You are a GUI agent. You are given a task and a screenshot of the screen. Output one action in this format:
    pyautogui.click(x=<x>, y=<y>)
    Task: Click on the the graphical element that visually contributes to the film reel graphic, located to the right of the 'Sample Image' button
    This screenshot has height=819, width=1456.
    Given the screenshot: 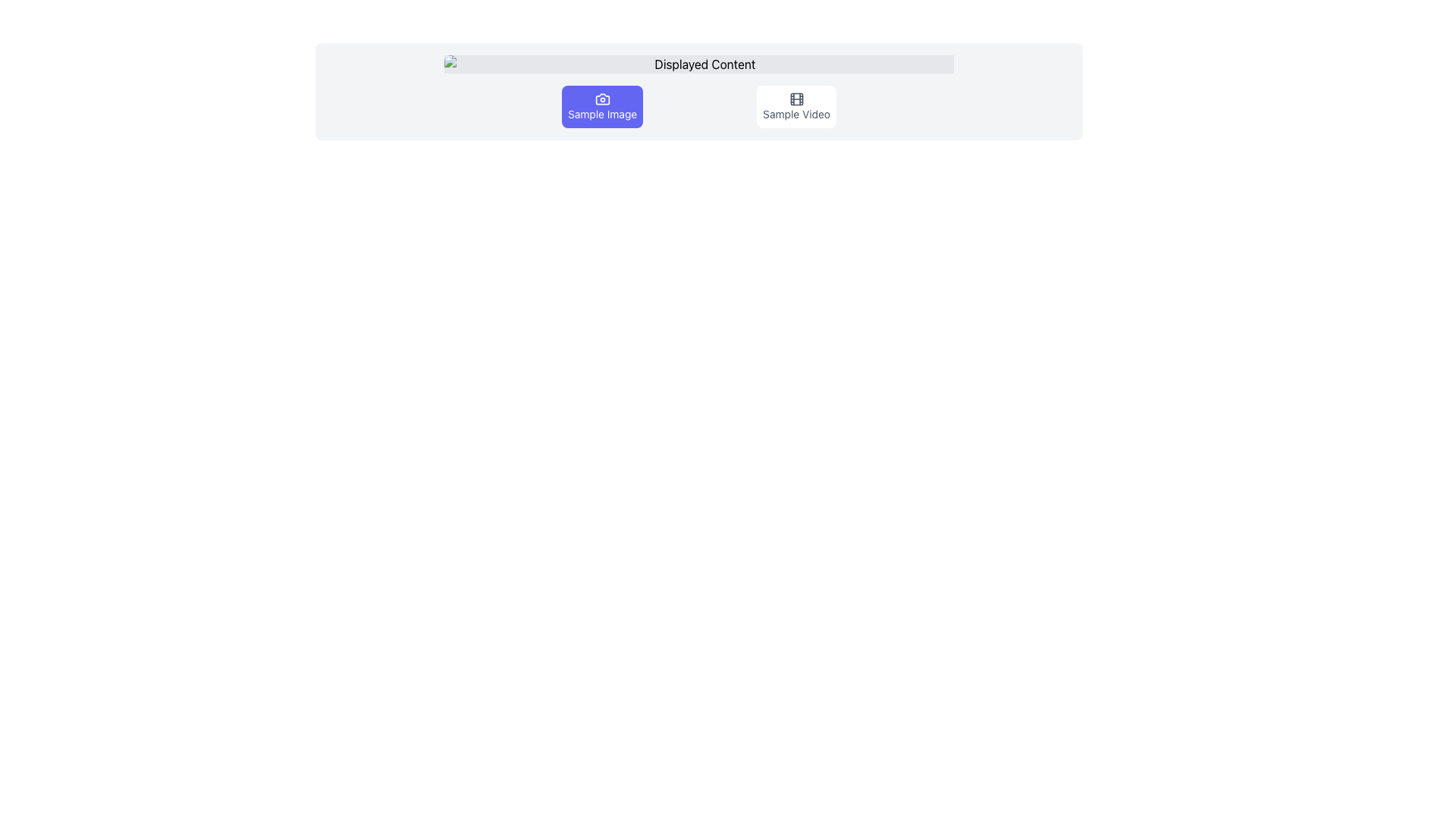 What is the action you would take?
    pyautogui.click(x=795, y=99)
    